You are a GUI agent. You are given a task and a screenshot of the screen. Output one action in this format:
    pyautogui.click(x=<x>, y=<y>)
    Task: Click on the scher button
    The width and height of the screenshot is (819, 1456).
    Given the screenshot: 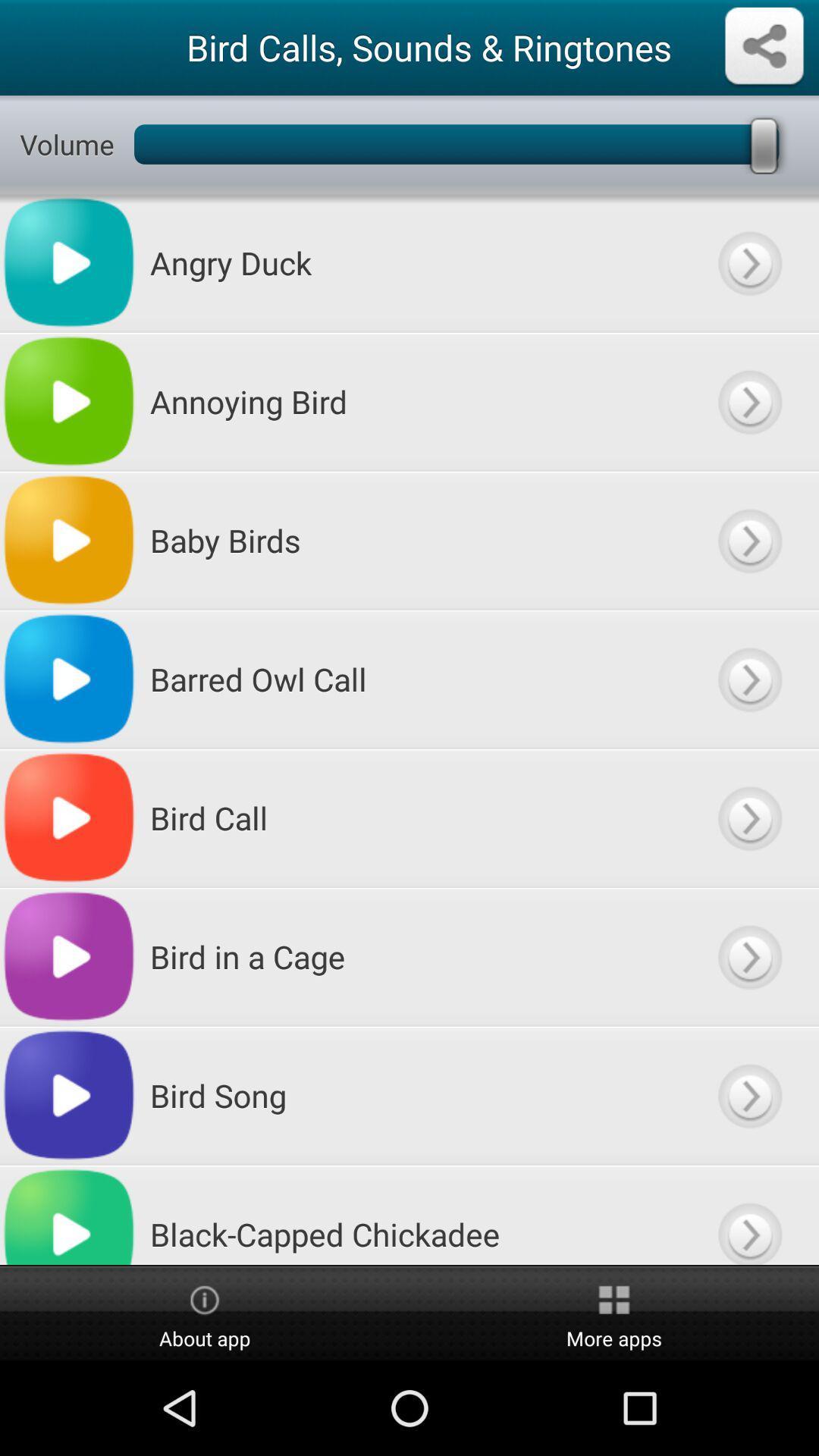 What is the action you would take?
    pyautogui.click(x=764, y=47)
    